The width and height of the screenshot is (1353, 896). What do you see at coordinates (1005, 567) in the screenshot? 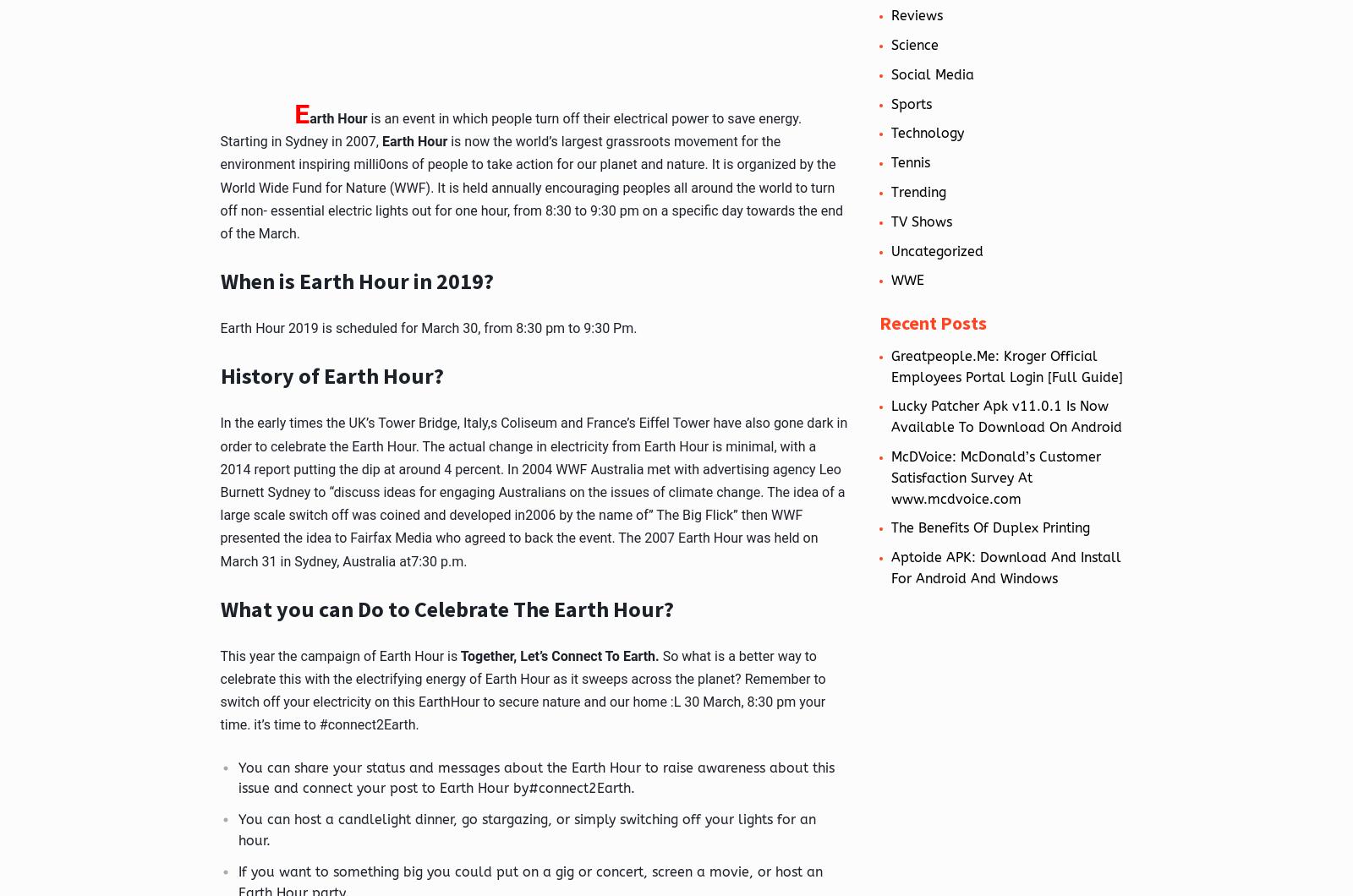
I see `'Aptoide APK: Download And Install For Android And Windows'` at bounding box center [1005, 567].